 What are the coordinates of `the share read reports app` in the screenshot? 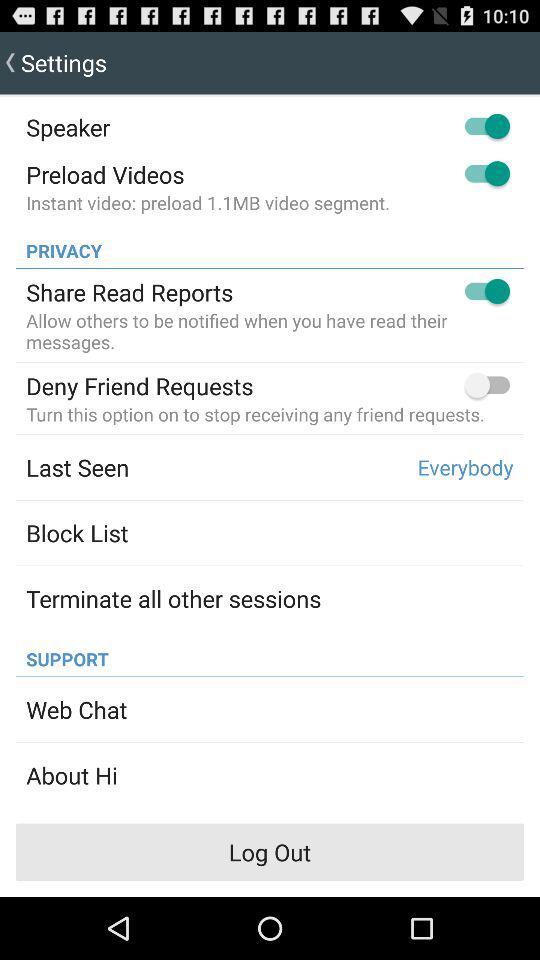 It's located at (129, 291).